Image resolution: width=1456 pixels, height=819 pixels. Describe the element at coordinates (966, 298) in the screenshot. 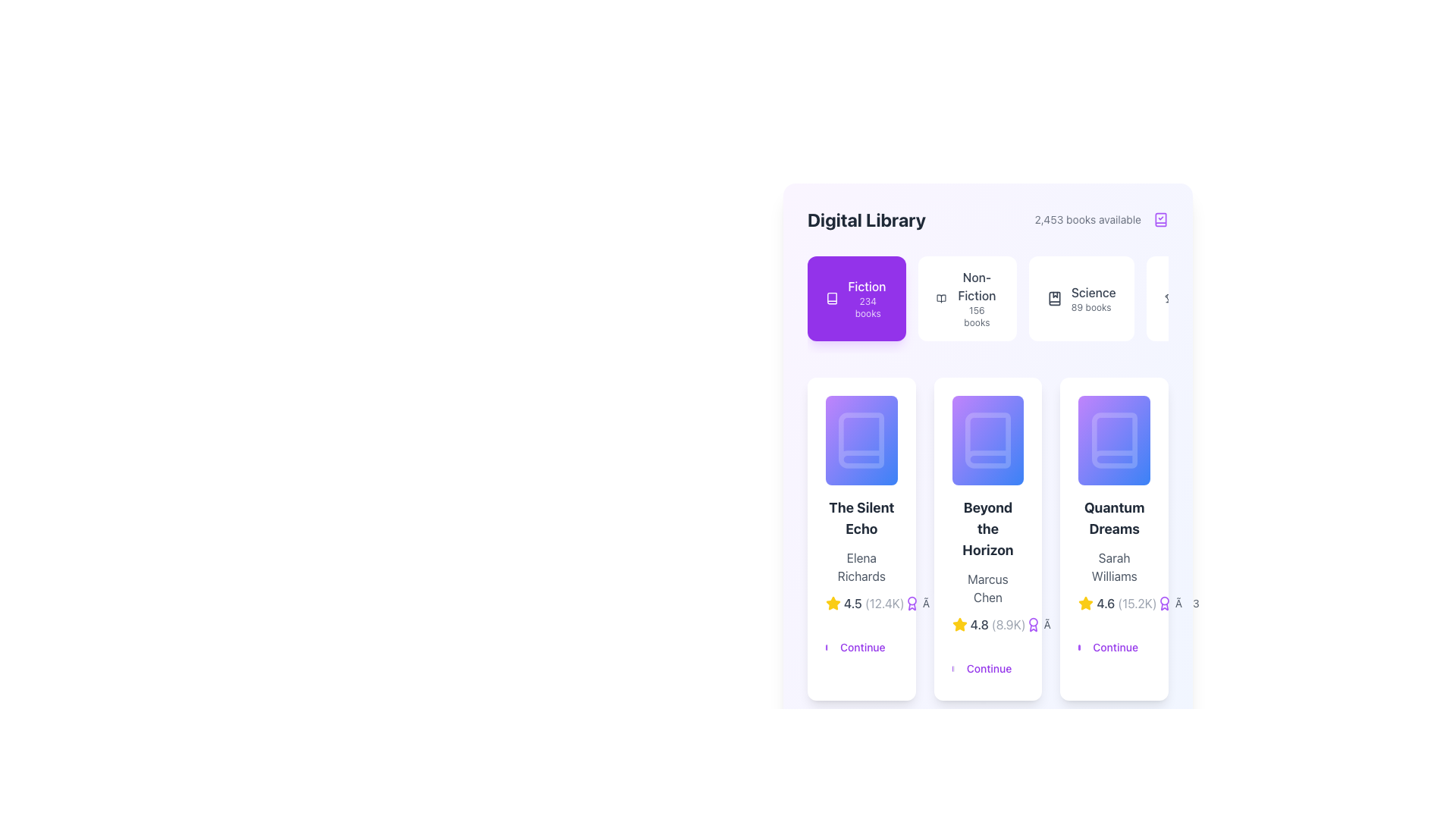

I see `the Non-Fiction category card, which features the text 'Non-Fiction' in bold and '156 books' below it, and includes an open book icon to the left` at that location.